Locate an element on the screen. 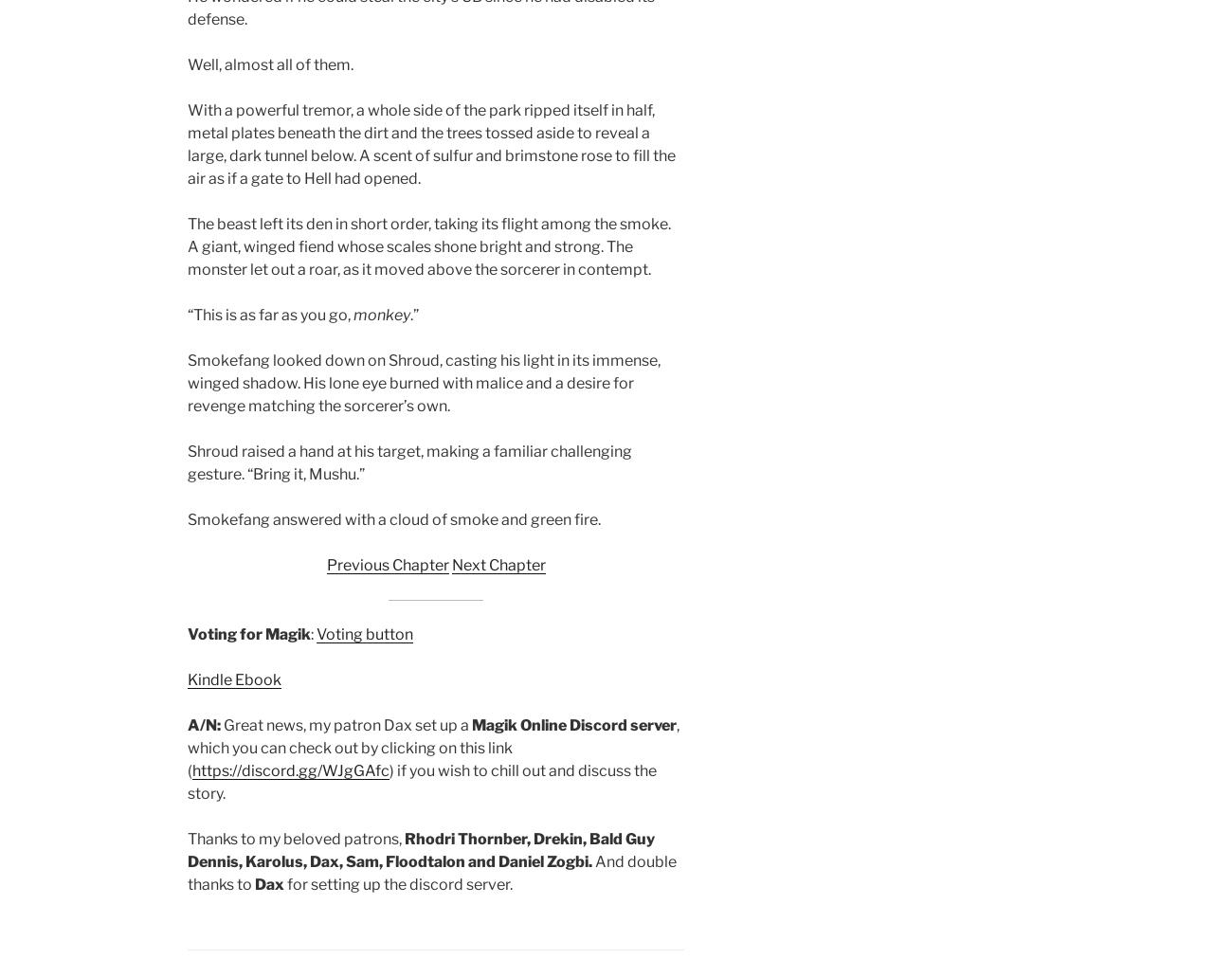  'Kindle Ebook' is located at coordinates (233, 679).